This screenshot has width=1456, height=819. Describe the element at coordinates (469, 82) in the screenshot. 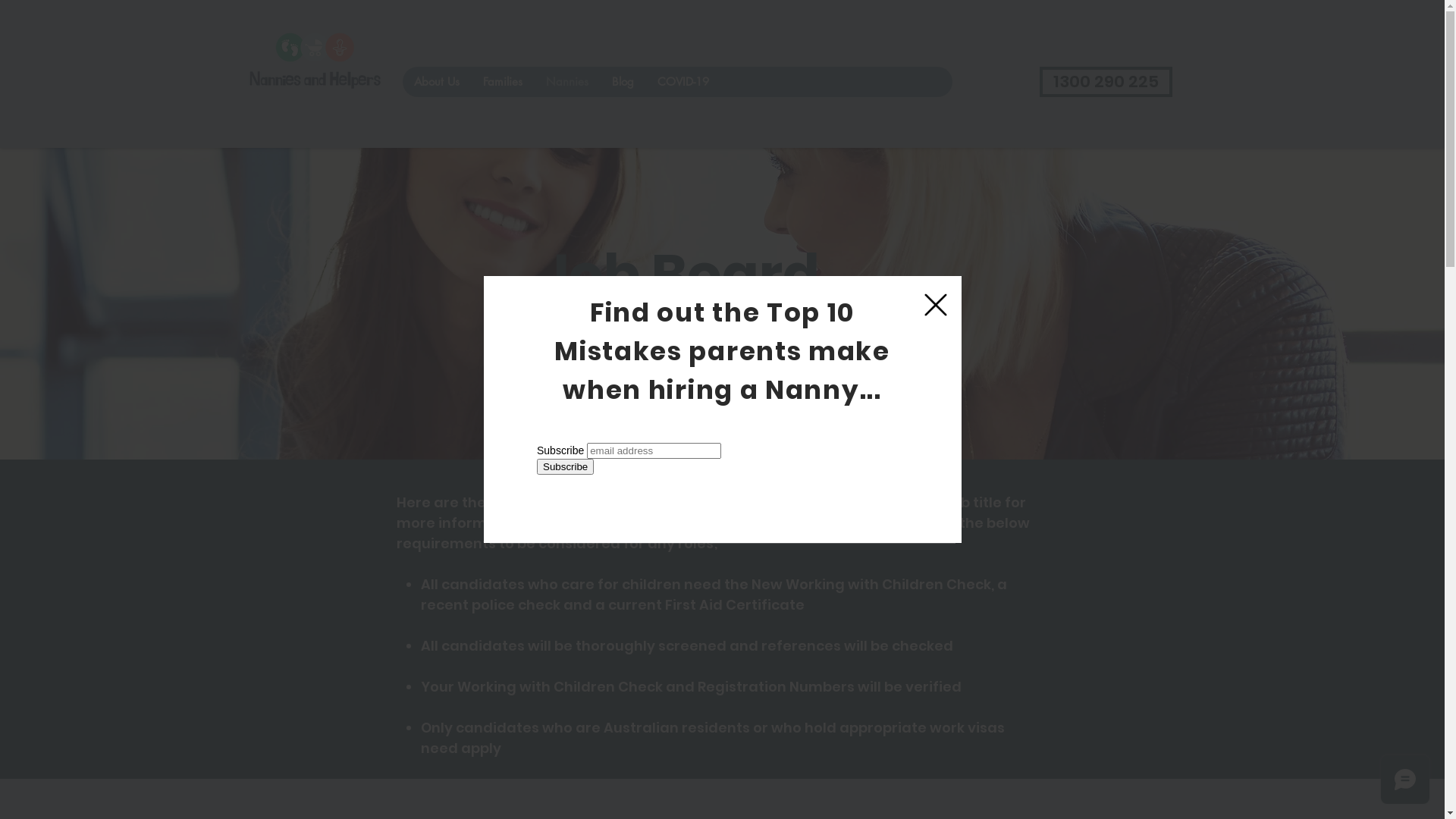

I see `'Families'` at that location.